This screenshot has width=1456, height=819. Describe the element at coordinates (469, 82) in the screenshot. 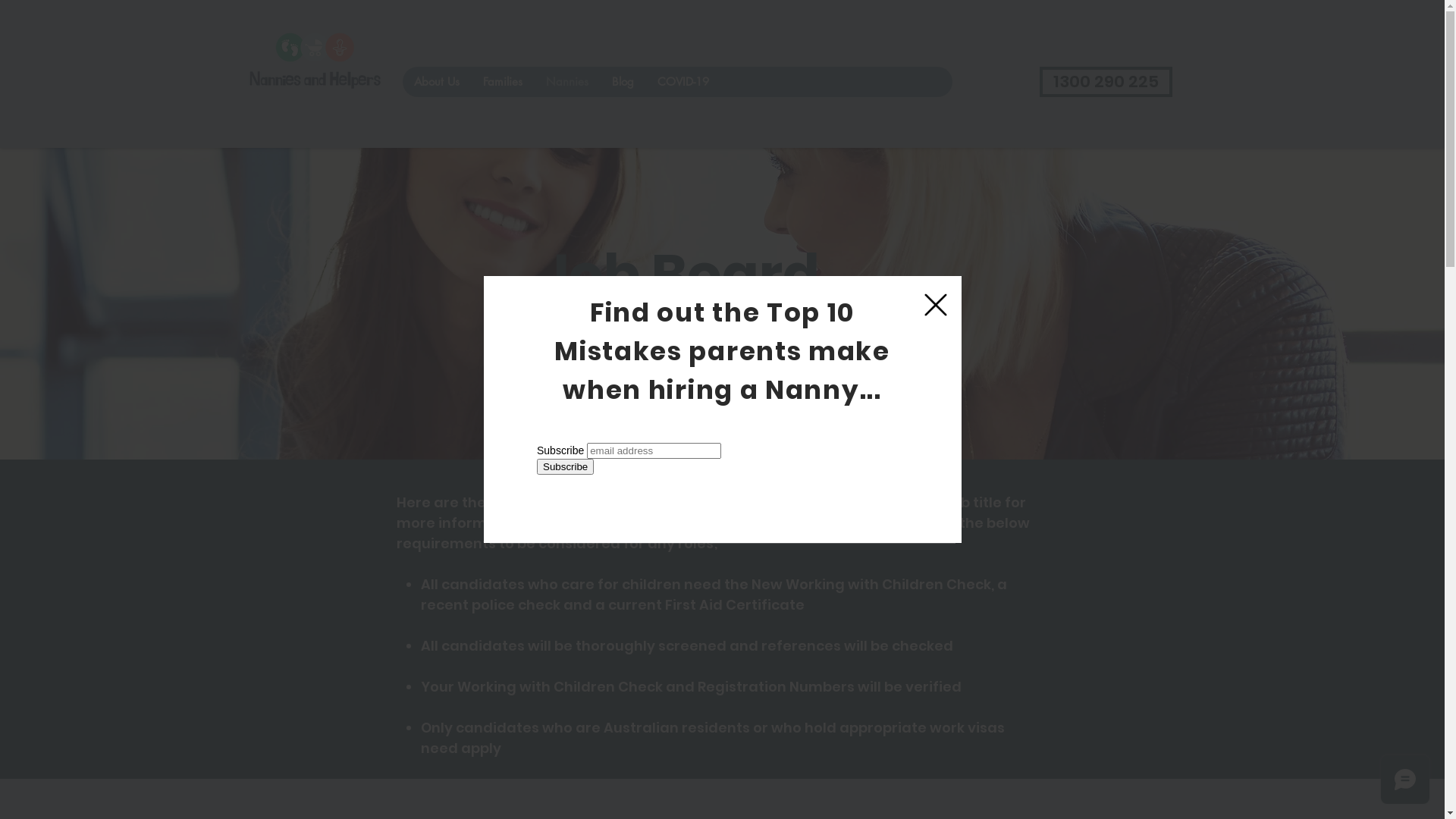

I see `'Families'` at that location.